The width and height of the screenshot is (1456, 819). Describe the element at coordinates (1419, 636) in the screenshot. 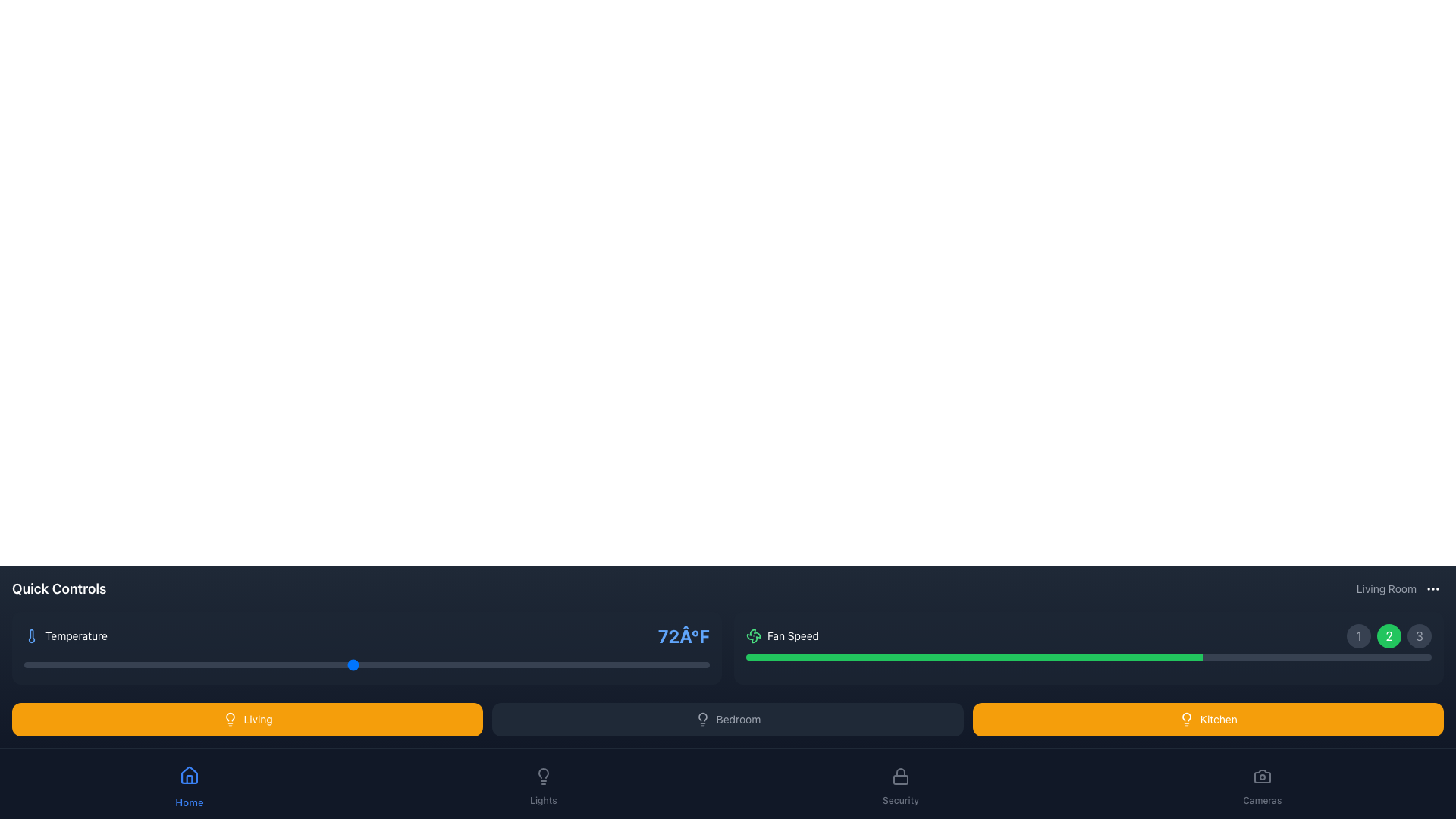

I see `the interactive button for number '3' located in the top-right section of the interface, which is the rightmost button in a horizontal sequence of three circular buttons` at that location.